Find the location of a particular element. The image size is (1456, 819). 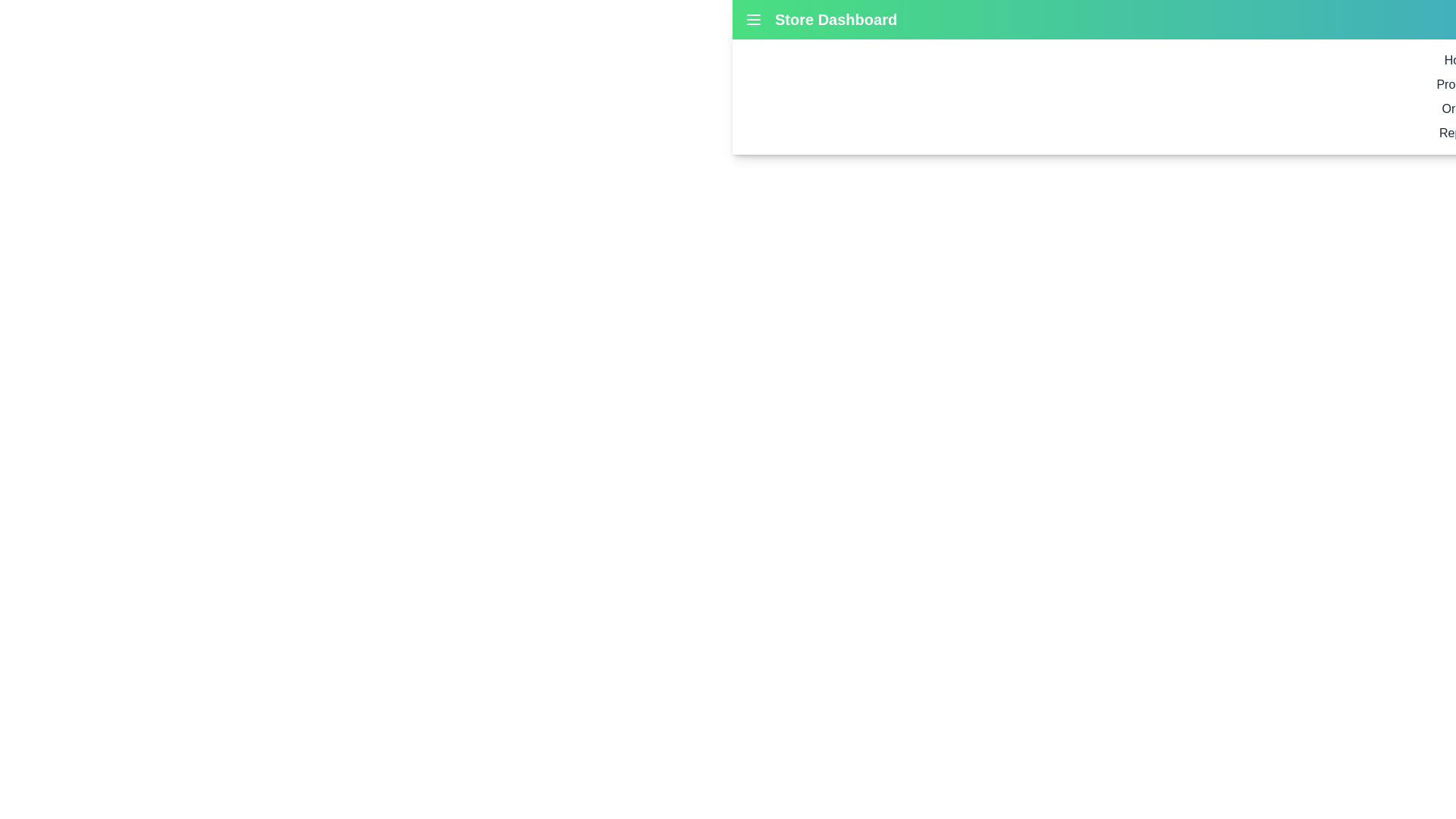

the hamburger menu icon located on the left side of the header, which features three white horizontal lines against a green background is located at coordinates (753, 20).